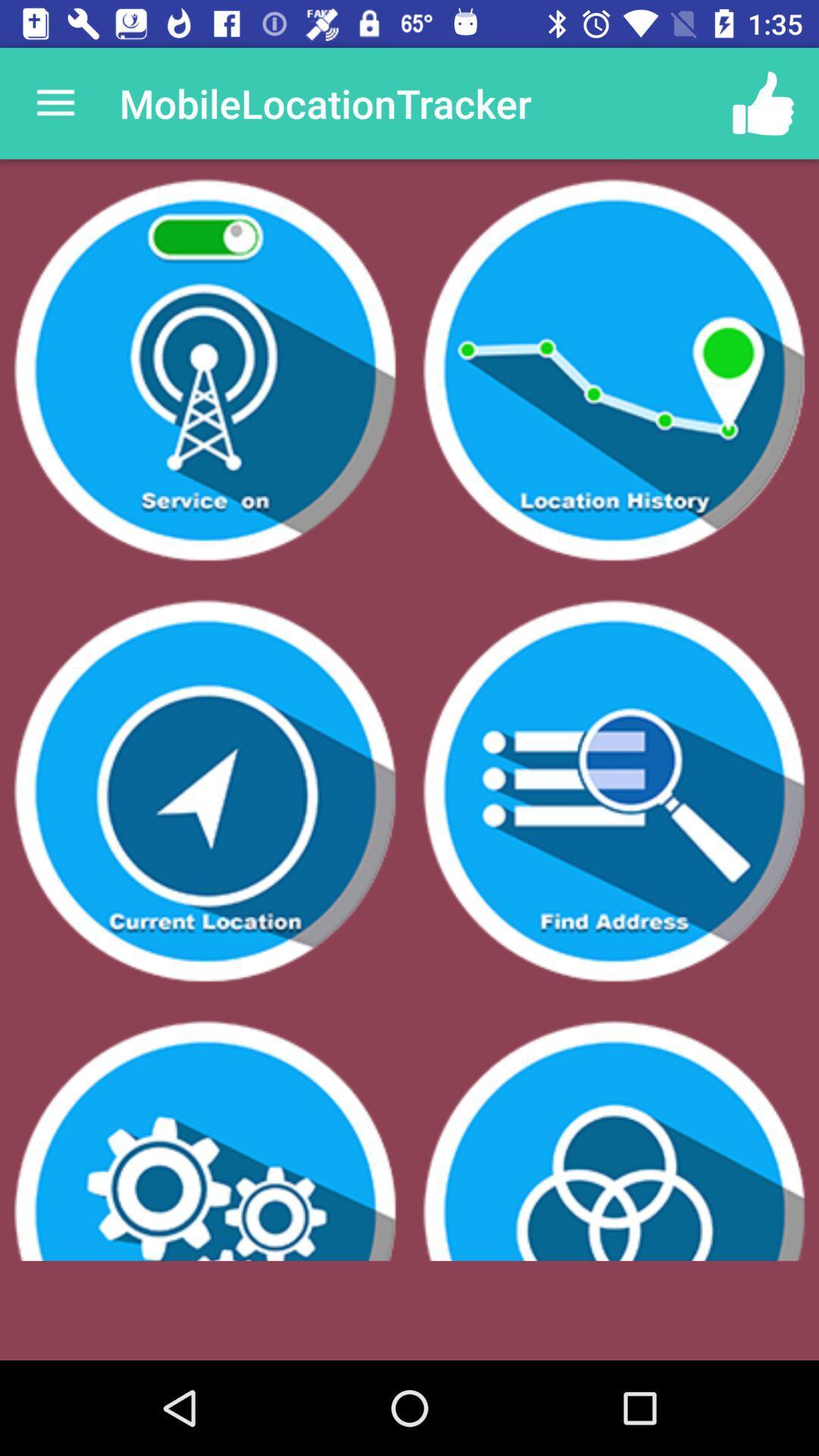  Describe the element at coordinates (763, 102) in the screenshot. I see `the icon to the right of the mobilelocationtracker item` at that location.